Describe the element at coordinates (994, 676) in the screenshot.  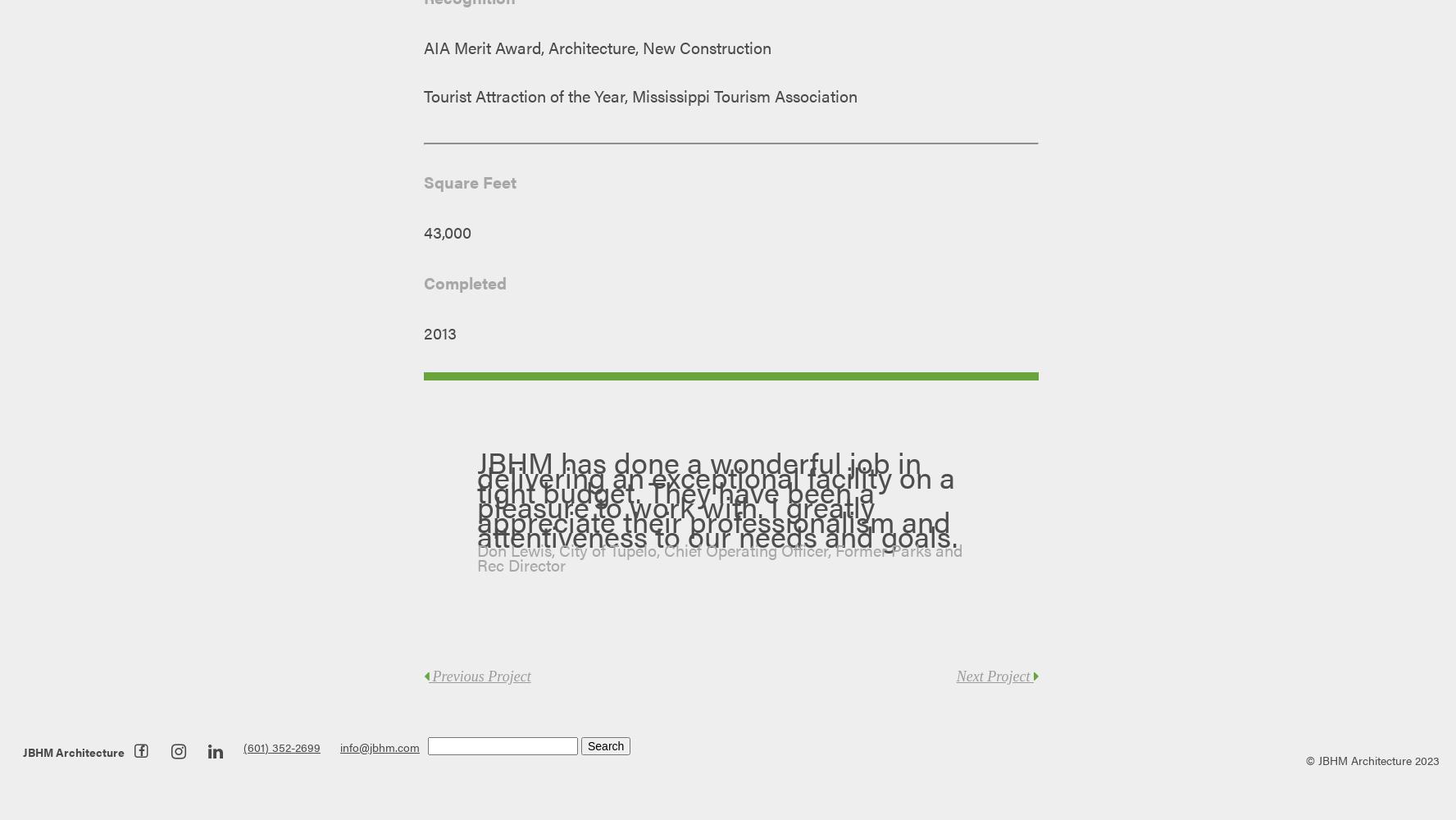
I see `'Next Project'` at that location.